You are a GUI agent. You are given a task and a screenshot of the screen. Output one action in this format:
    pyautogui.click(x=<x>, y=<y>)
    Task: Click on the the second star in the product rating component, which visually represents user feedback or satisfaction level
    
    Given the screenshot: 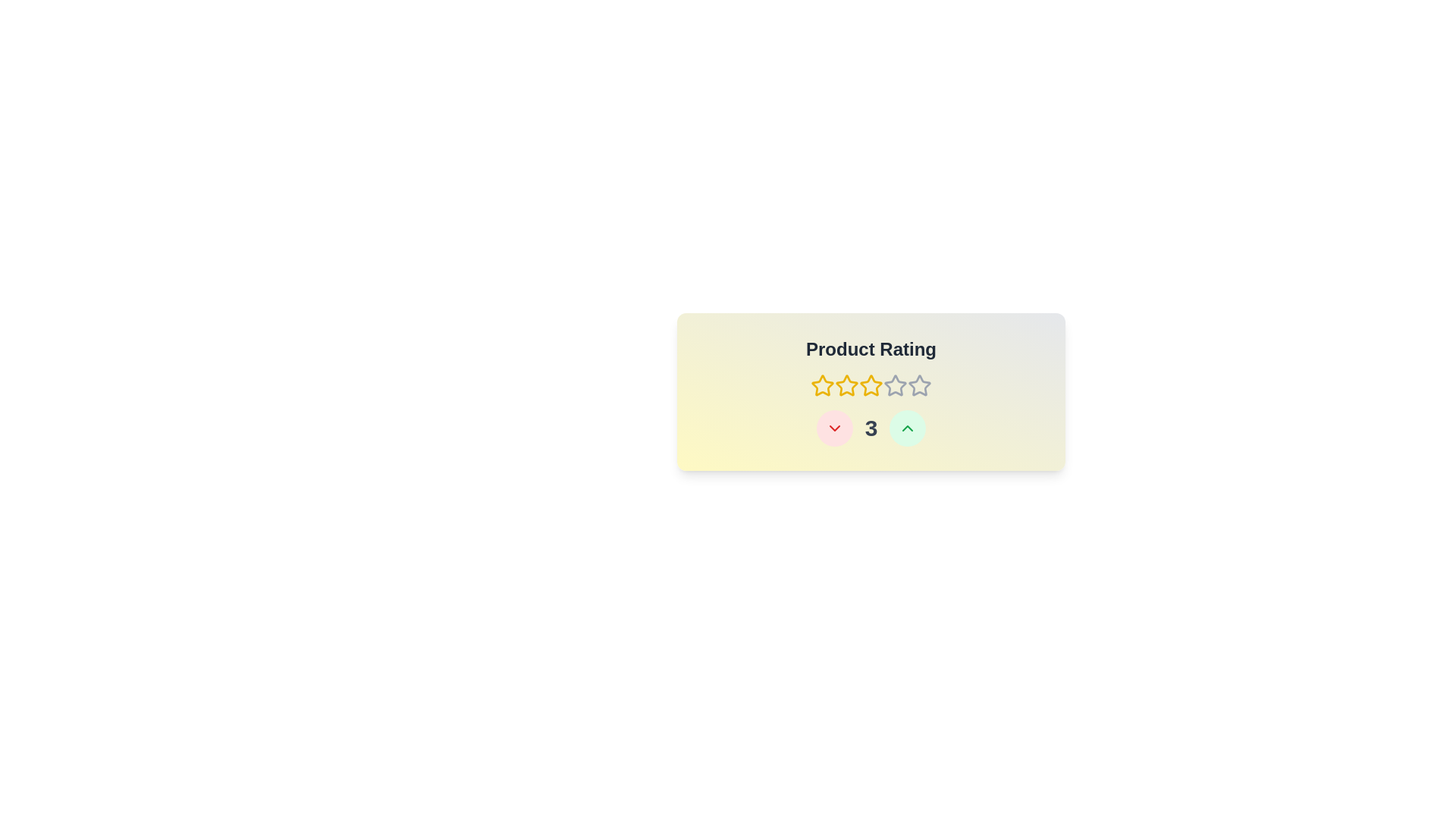 What is the action you would take?
    pyautogui.click(x=871, y=384)
    